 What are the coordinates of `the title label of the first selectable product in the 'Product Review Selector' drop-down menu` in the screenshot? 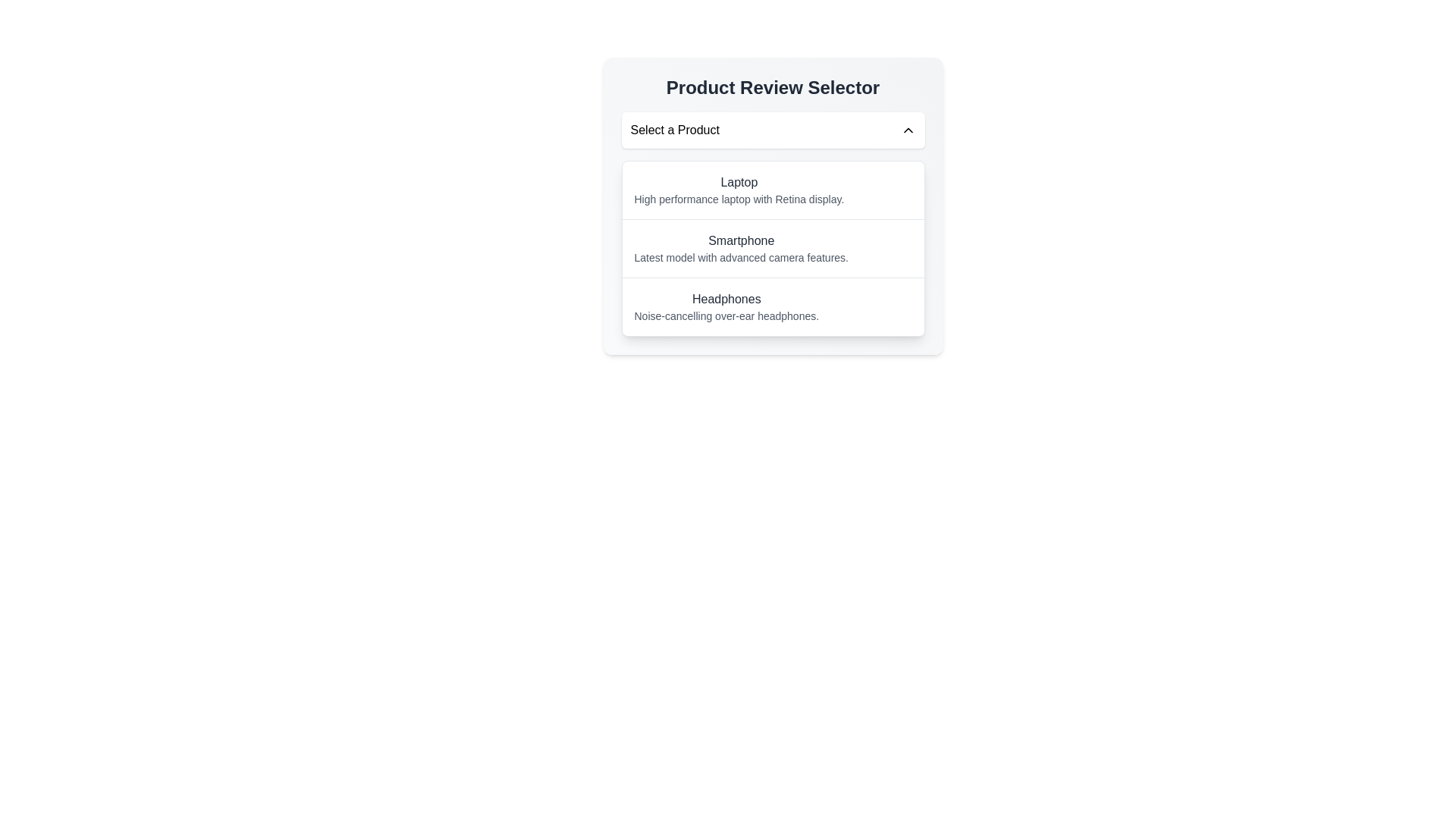 It's located at (739, 181).